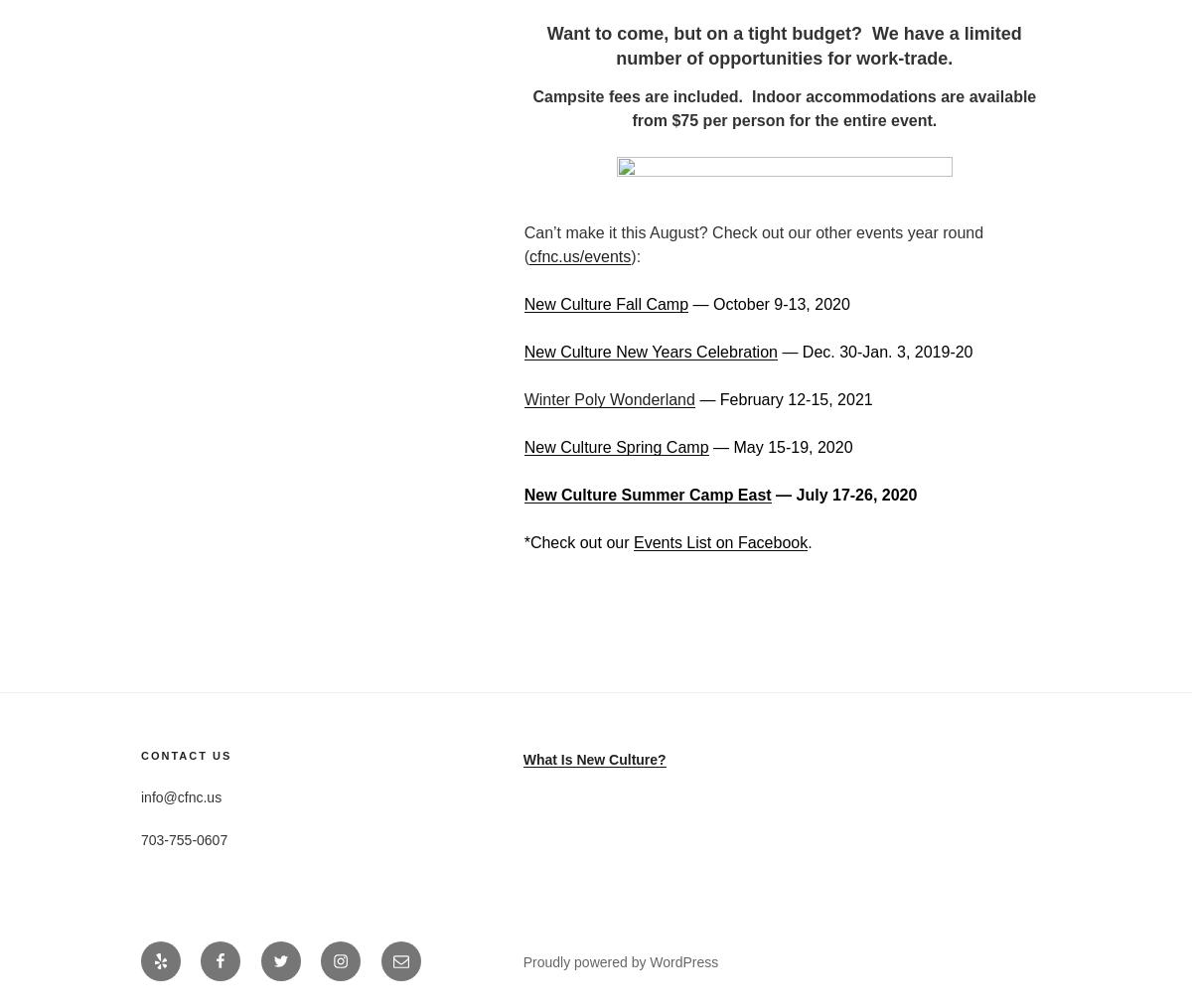 This screenshot has height=1008, width=1192. What do you see at coordinates (140, 755) in the screenshot?
I see `'Contact Us'` at bounding box center [140, 755].